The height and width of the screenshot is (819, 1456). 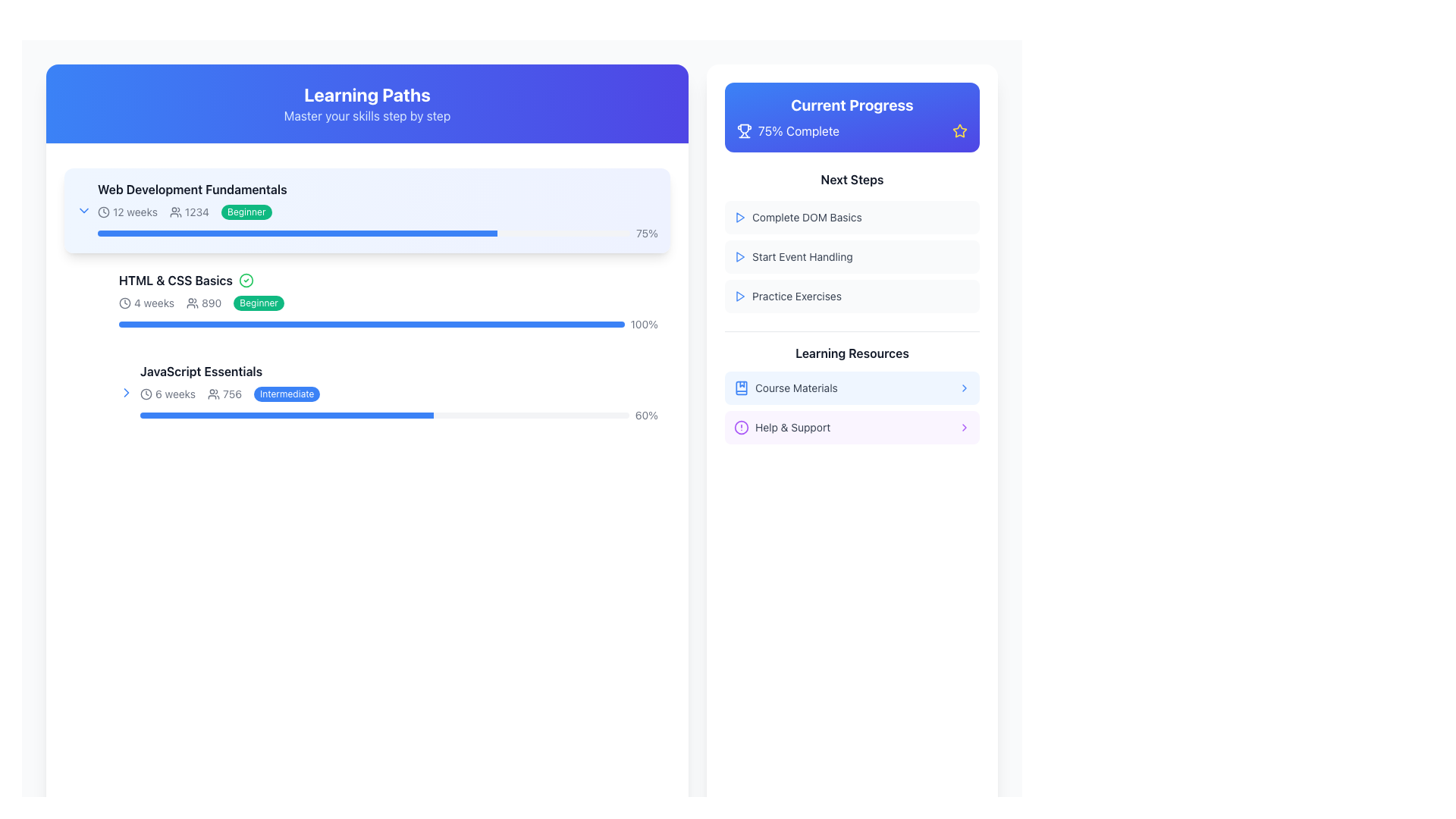 I want to click on the text label displaying '4 weeks' next to the clock icon in the 'Learning Paths' module to potentially trigger tooltip or styling effects, so click(x=146, y=303).